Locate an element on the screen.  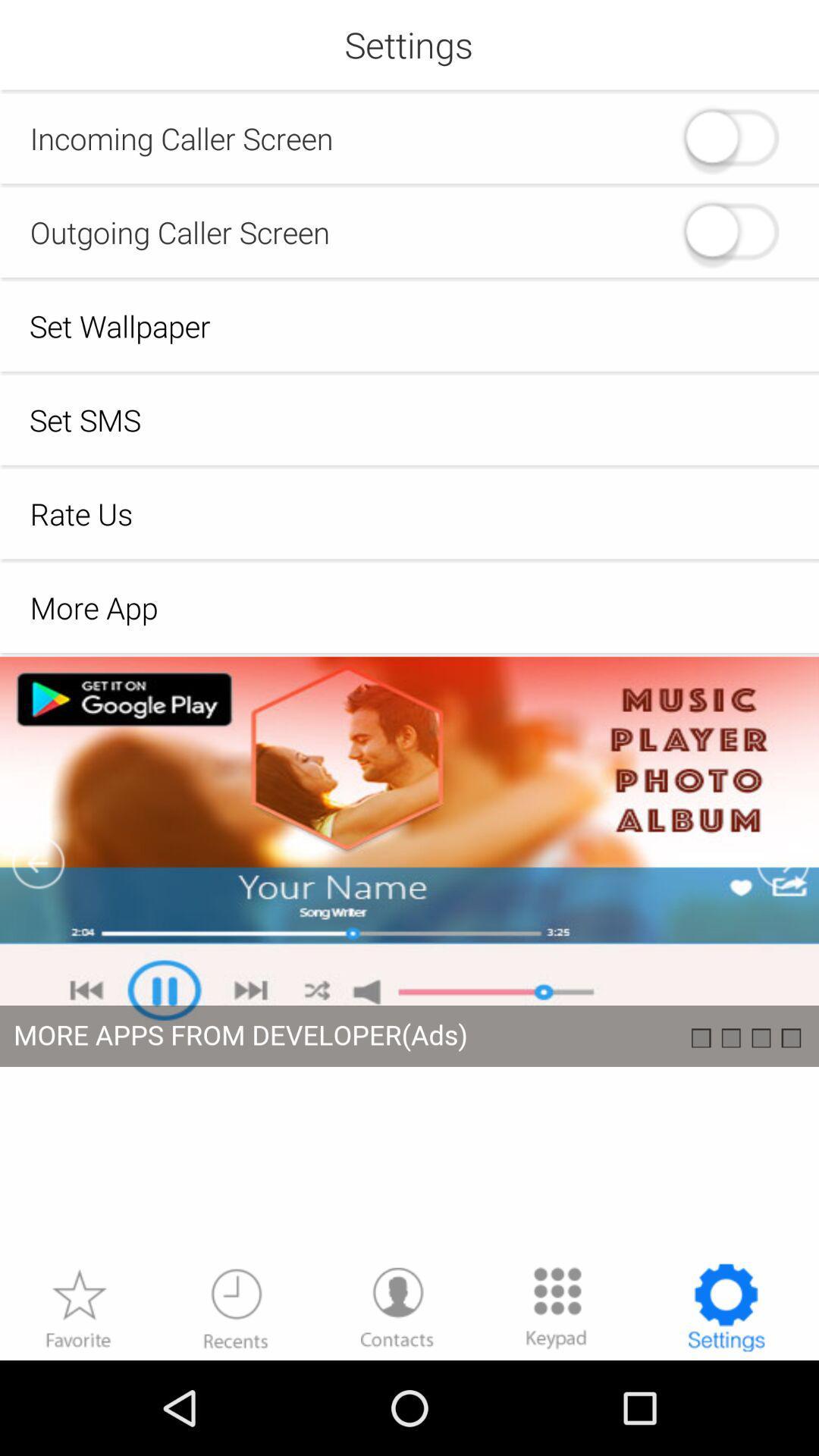
the avatar icon is located at coordinates (397, 1398).